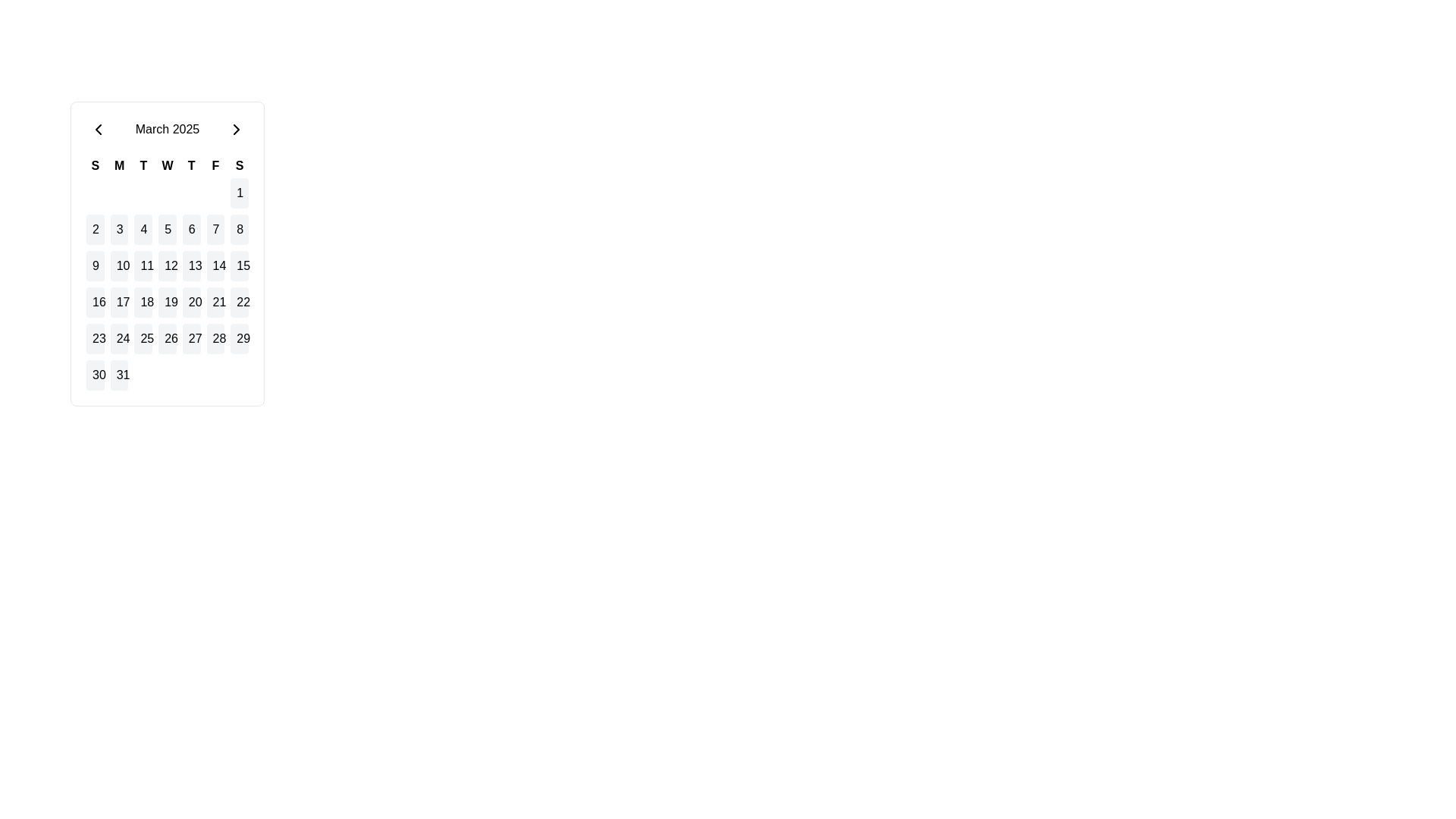 The height and width of the screenshot is (819, 1456). I want to click on the interactive calendar day cell representing the date '16', so click(94, 302).